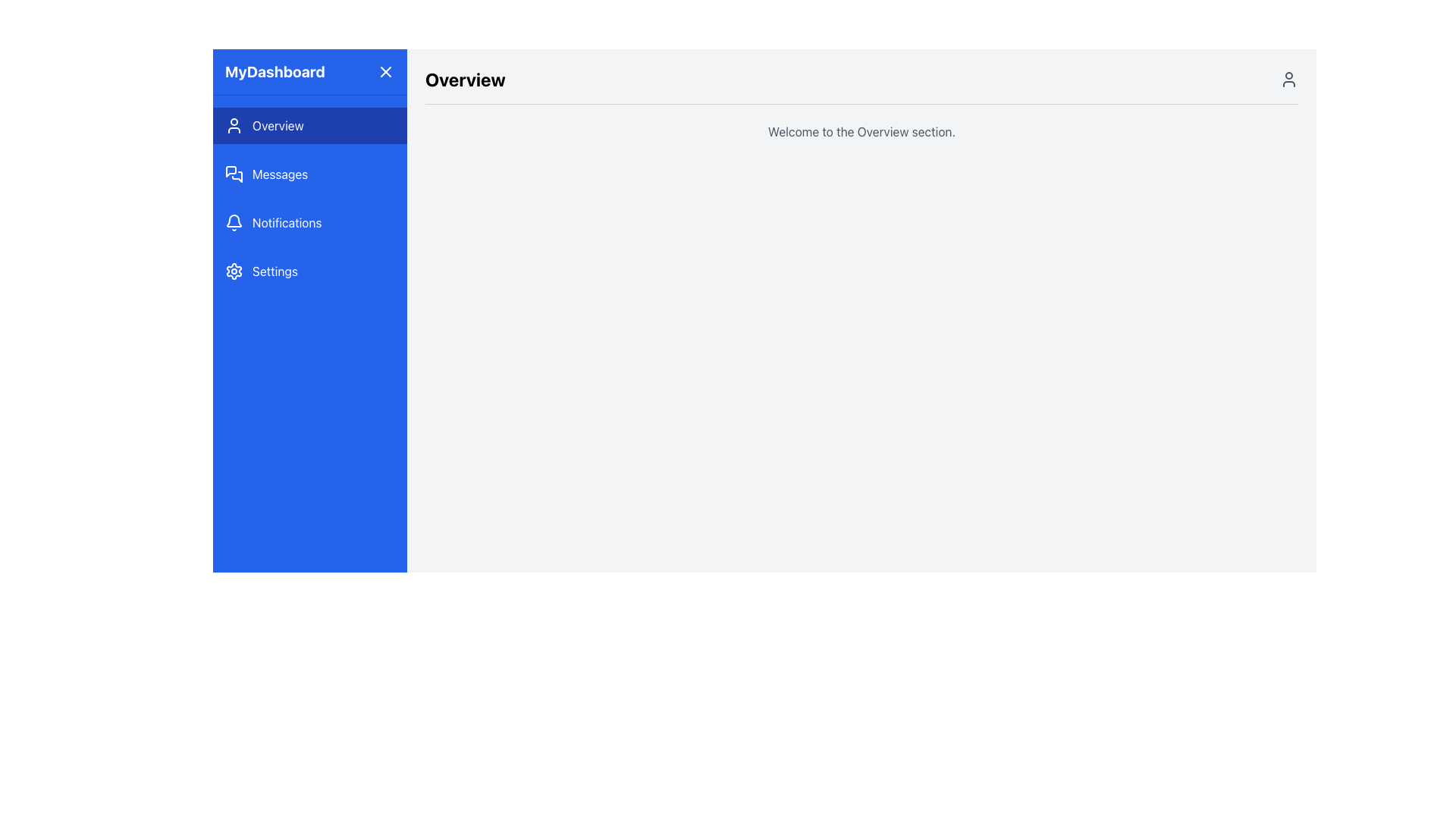  I want to click on the user profile icon located in the top-right corner of the interface, next to the 'Overview' heading, so click(1288, 79).